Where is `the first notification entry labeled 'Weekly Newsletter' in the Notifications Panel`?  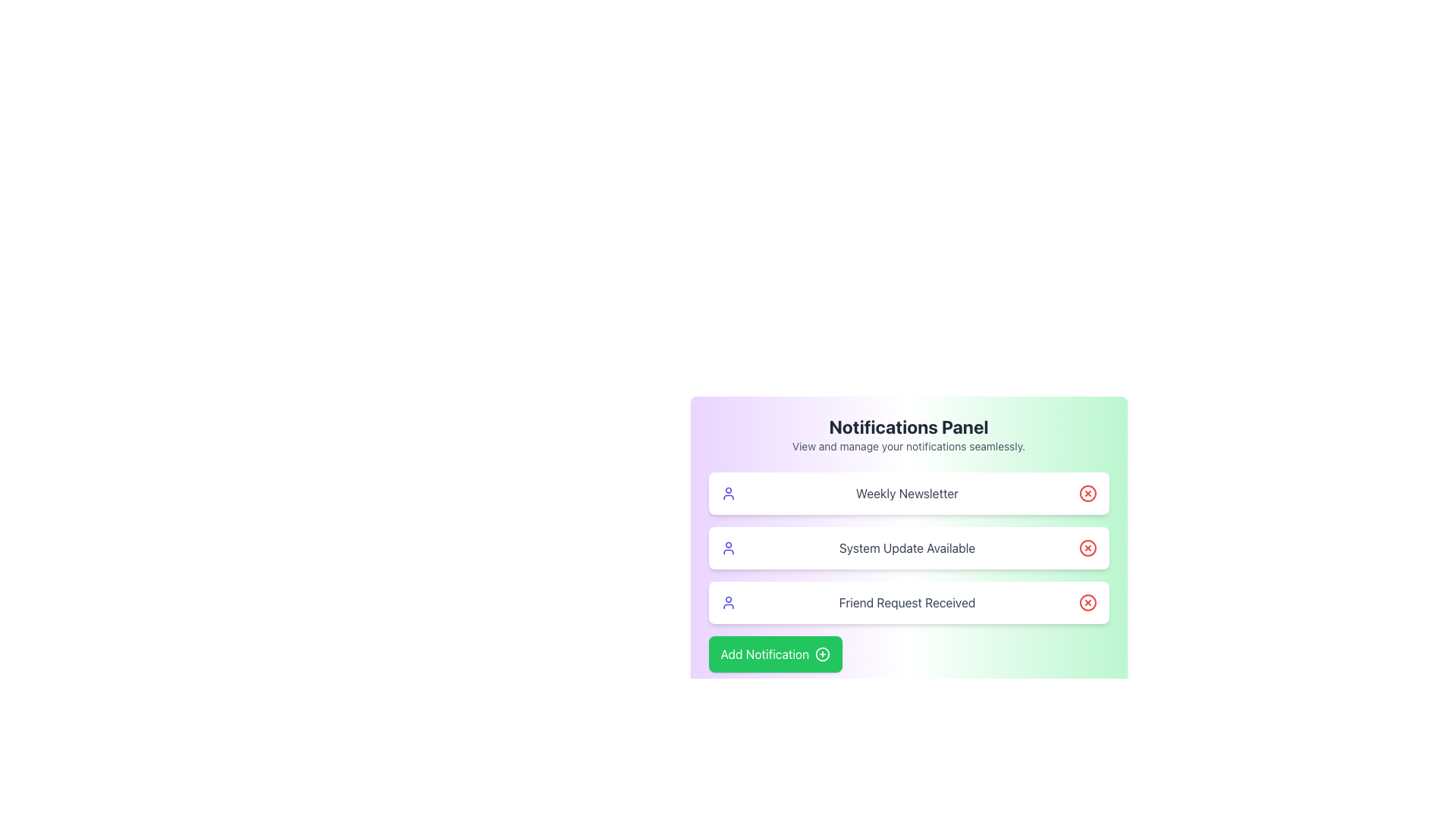
the first notification entry labeled 'Weekly Newsletter' in the Notifications Panel is located at coordinates (908, 494).